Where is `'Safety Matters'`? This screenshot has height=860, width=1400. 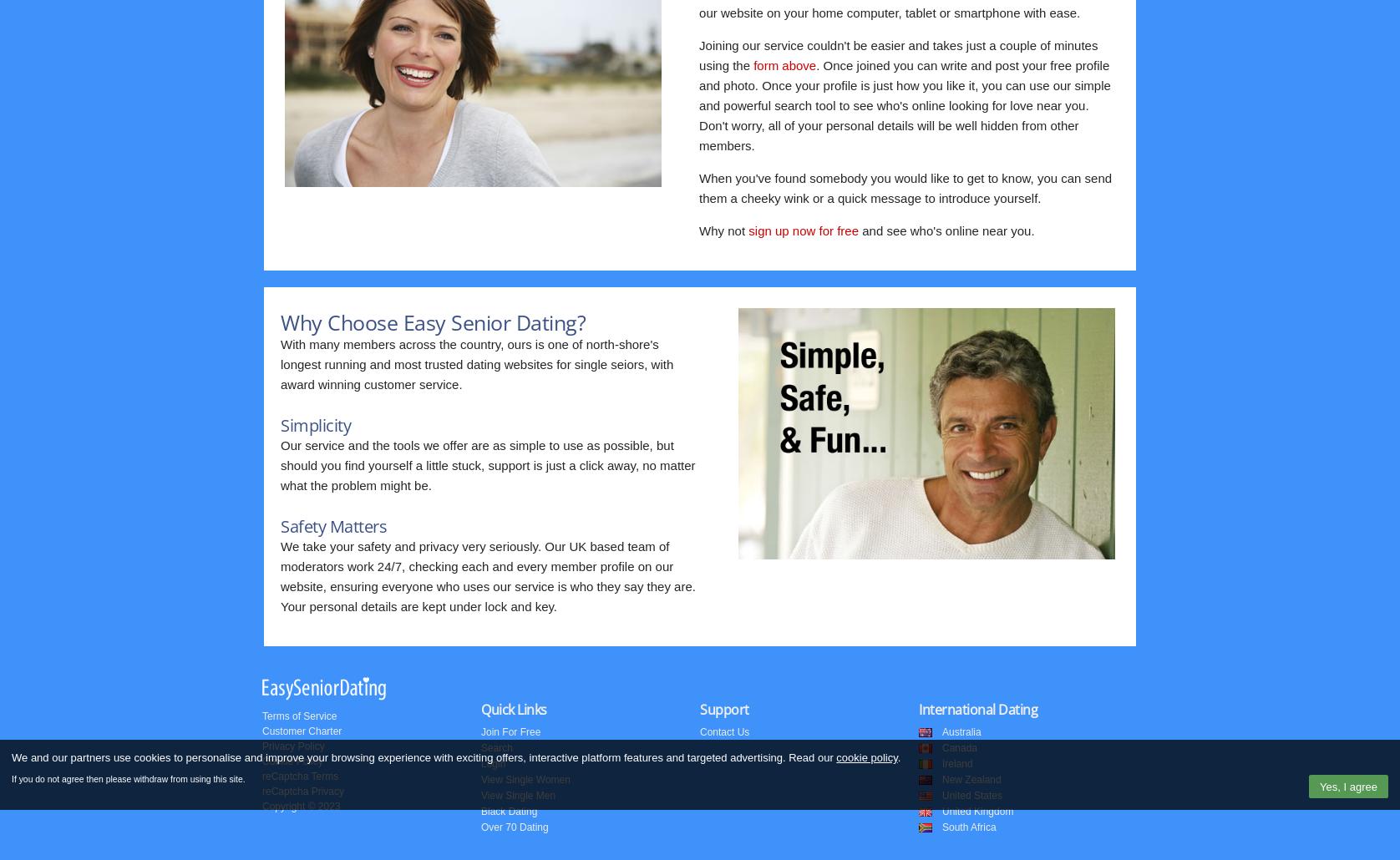
'Safety Matters' is located at coordinates (332, 525).